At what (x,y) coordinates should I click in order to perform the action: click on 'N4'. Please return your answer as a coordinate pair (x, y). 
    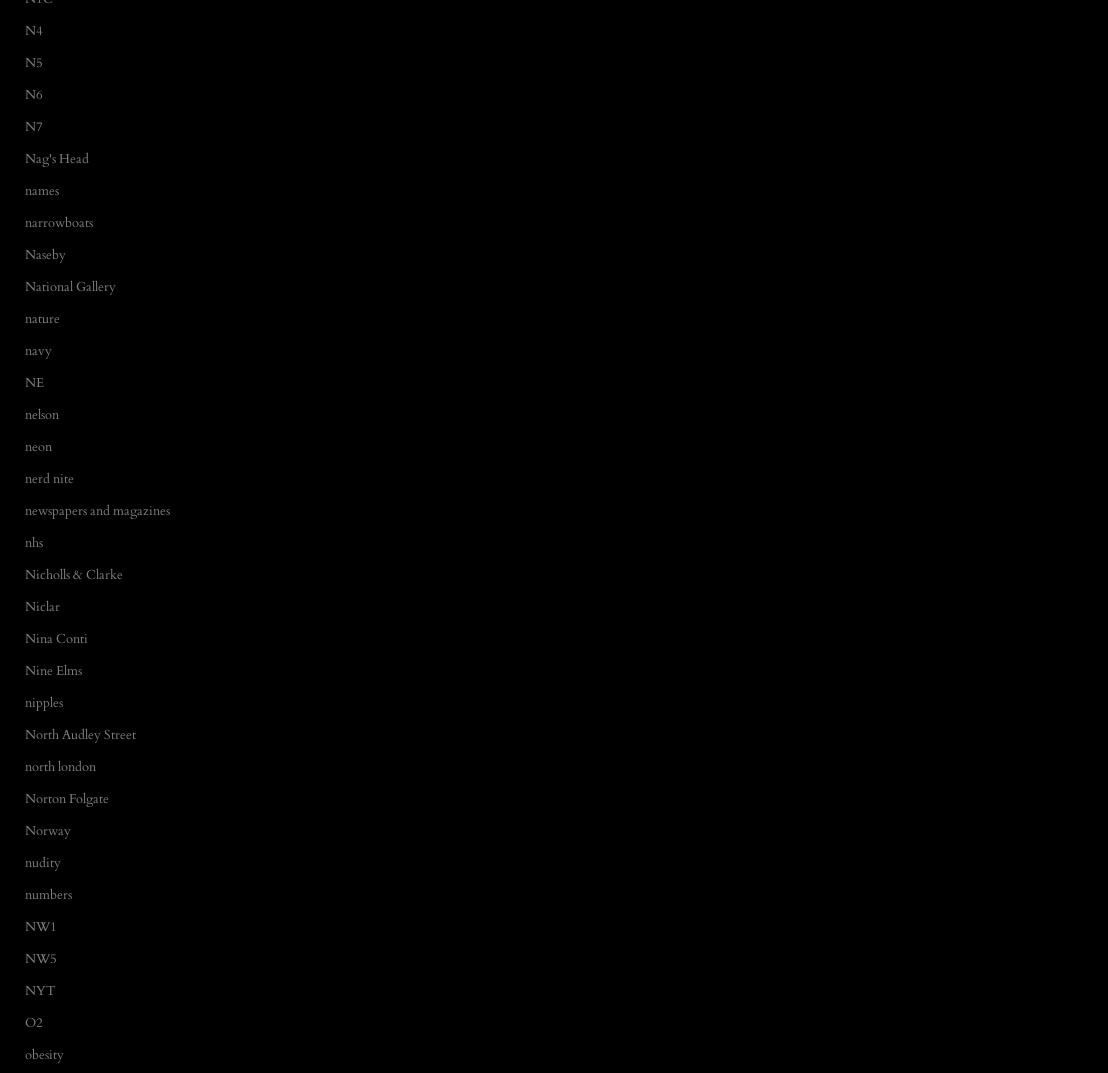
    Looking at the image, I should click on (25, 29).